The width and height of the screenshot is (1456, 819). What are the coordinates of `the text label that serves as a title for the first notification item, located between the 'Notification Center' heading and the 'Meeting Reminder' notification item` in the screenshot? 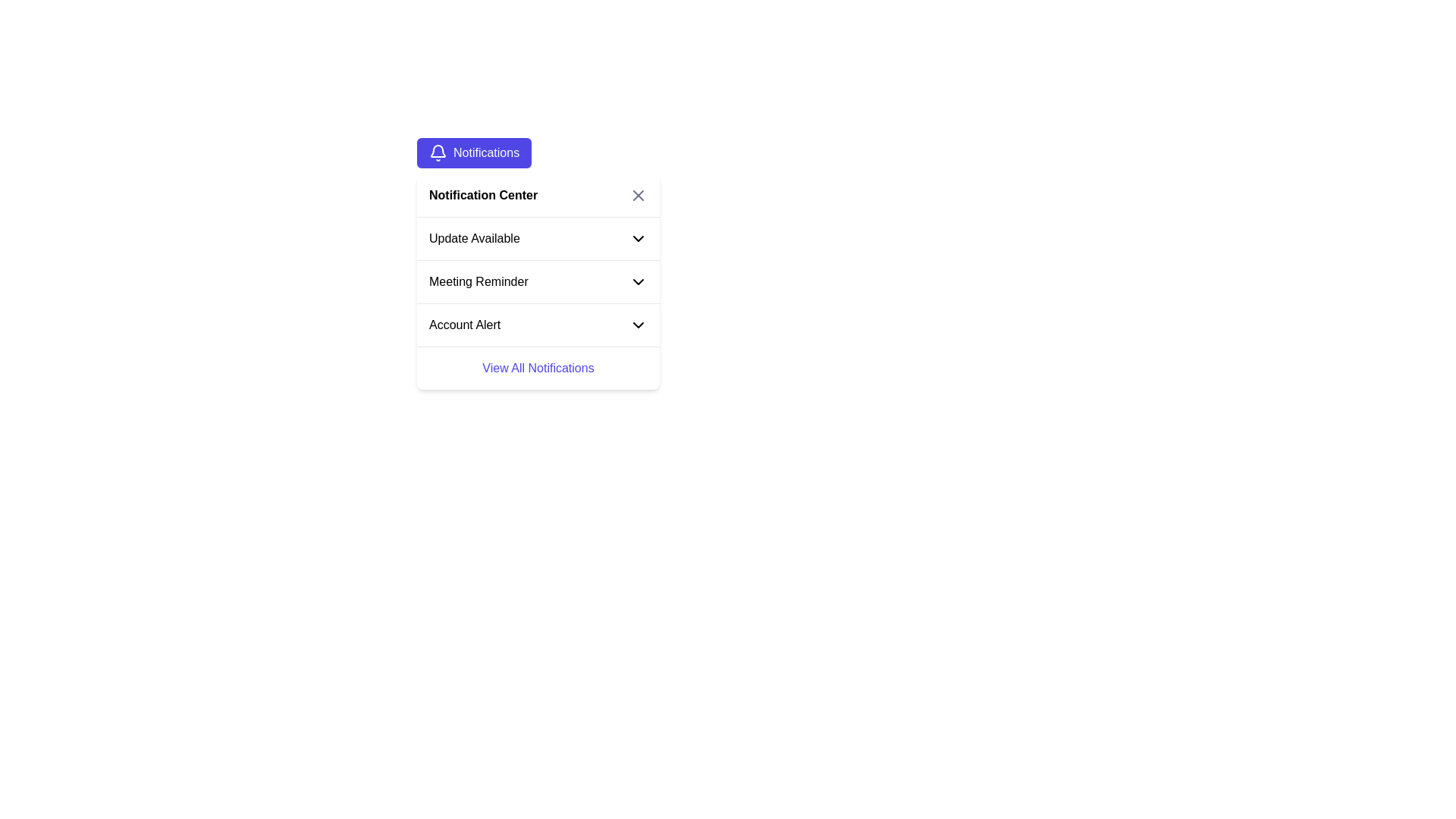 It's located at (473, 239).